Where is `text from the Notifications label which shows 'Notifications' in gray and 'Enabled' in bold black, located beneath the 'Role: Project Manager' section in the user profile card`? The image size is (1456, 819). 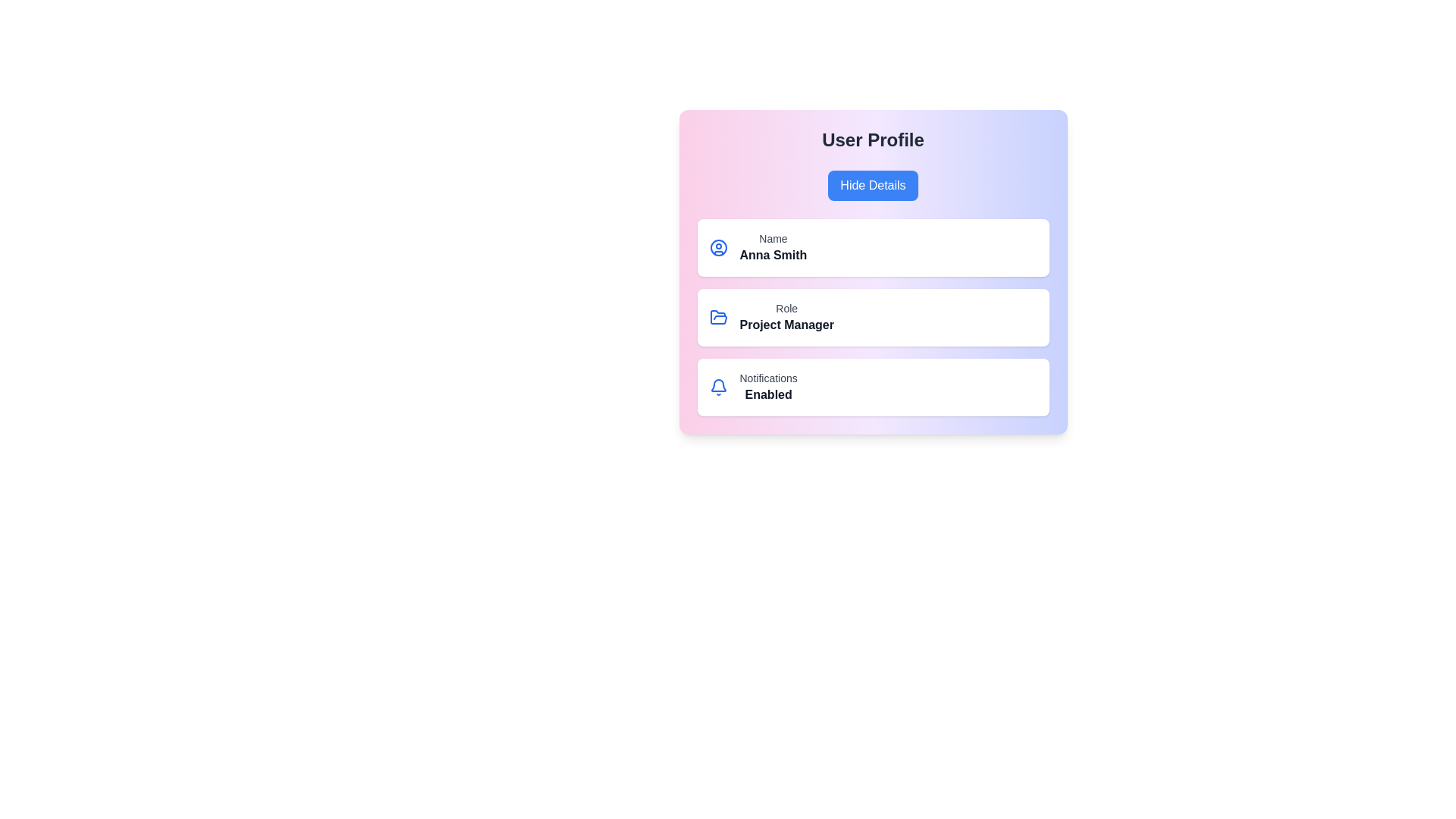
text from the Notifications label which shows 'Notifications' in gray and 'Enabled' in bold black, located beneath the 'Role: Project Manager' section in the user profile card is located at coordinates (768, 386).